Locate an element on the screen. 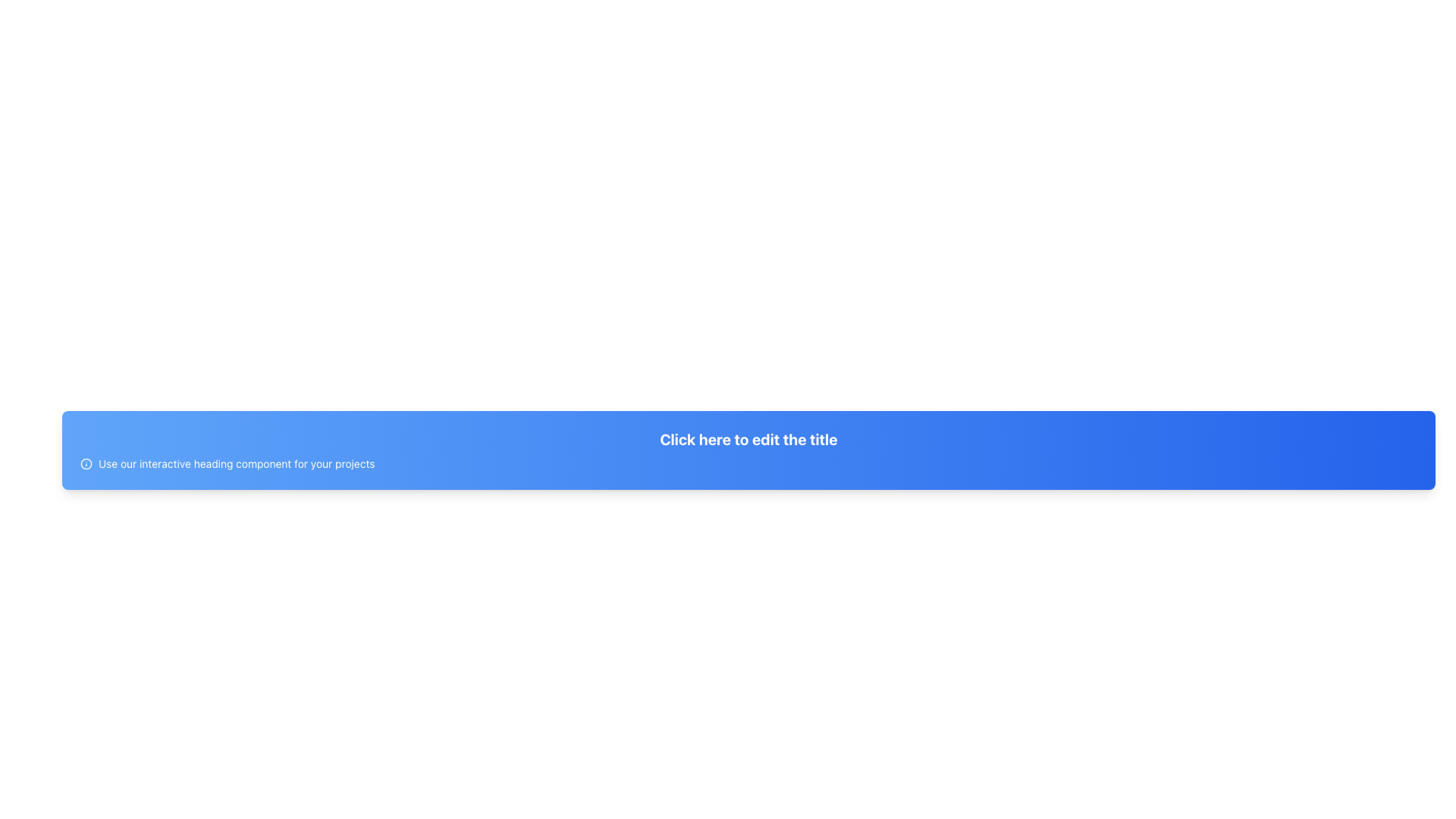 This screenshot has width=1456, height=819. the primary circular graphic element within the SVG icon, which is located near the left edge of a blue informational banner preceding the text 'Use our interactive heading component for your projects.' is located at coordinates (86, 463).